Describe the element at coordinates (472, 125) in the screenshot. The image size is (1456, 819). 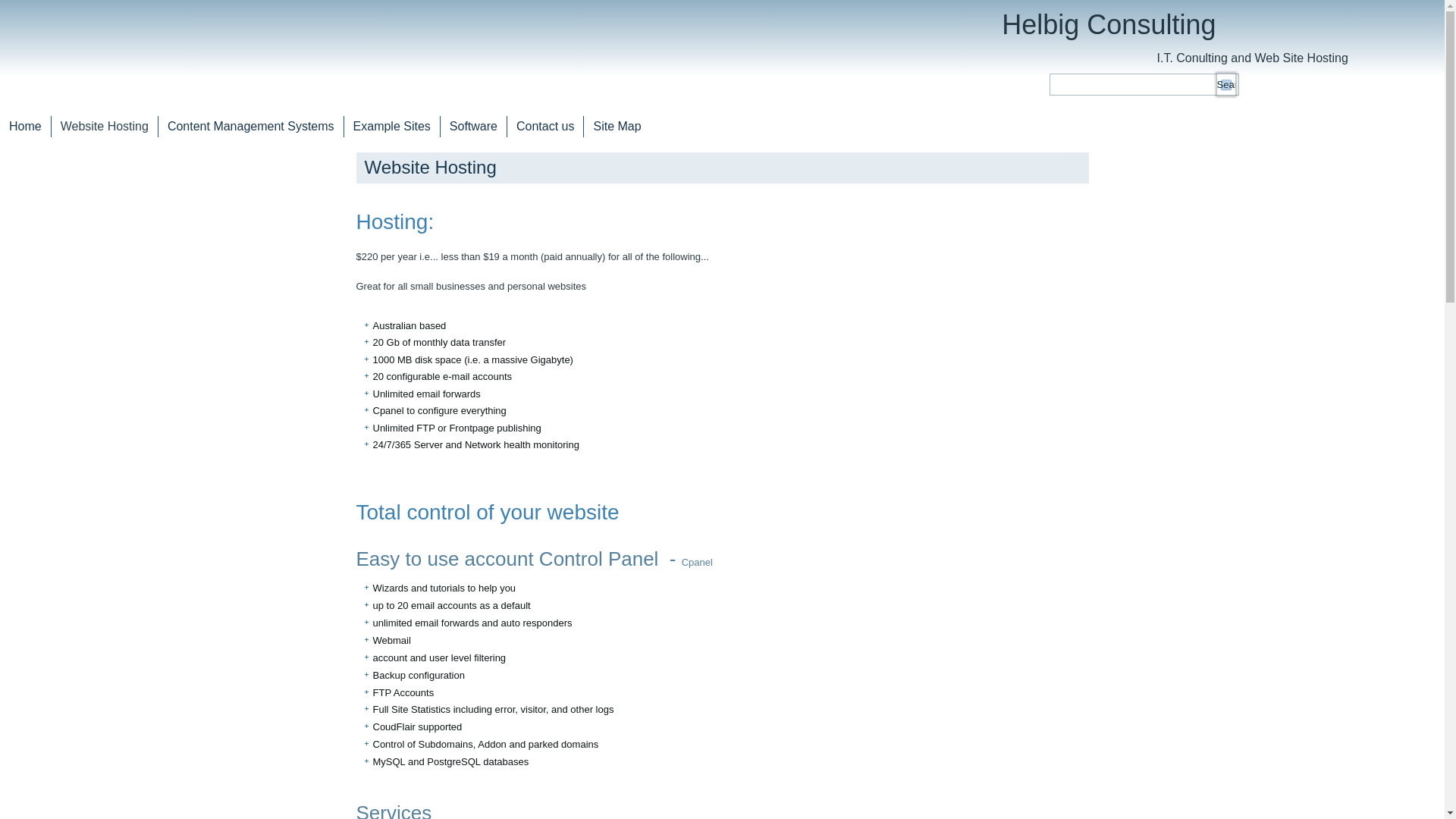
I see `'Software'` at that location.